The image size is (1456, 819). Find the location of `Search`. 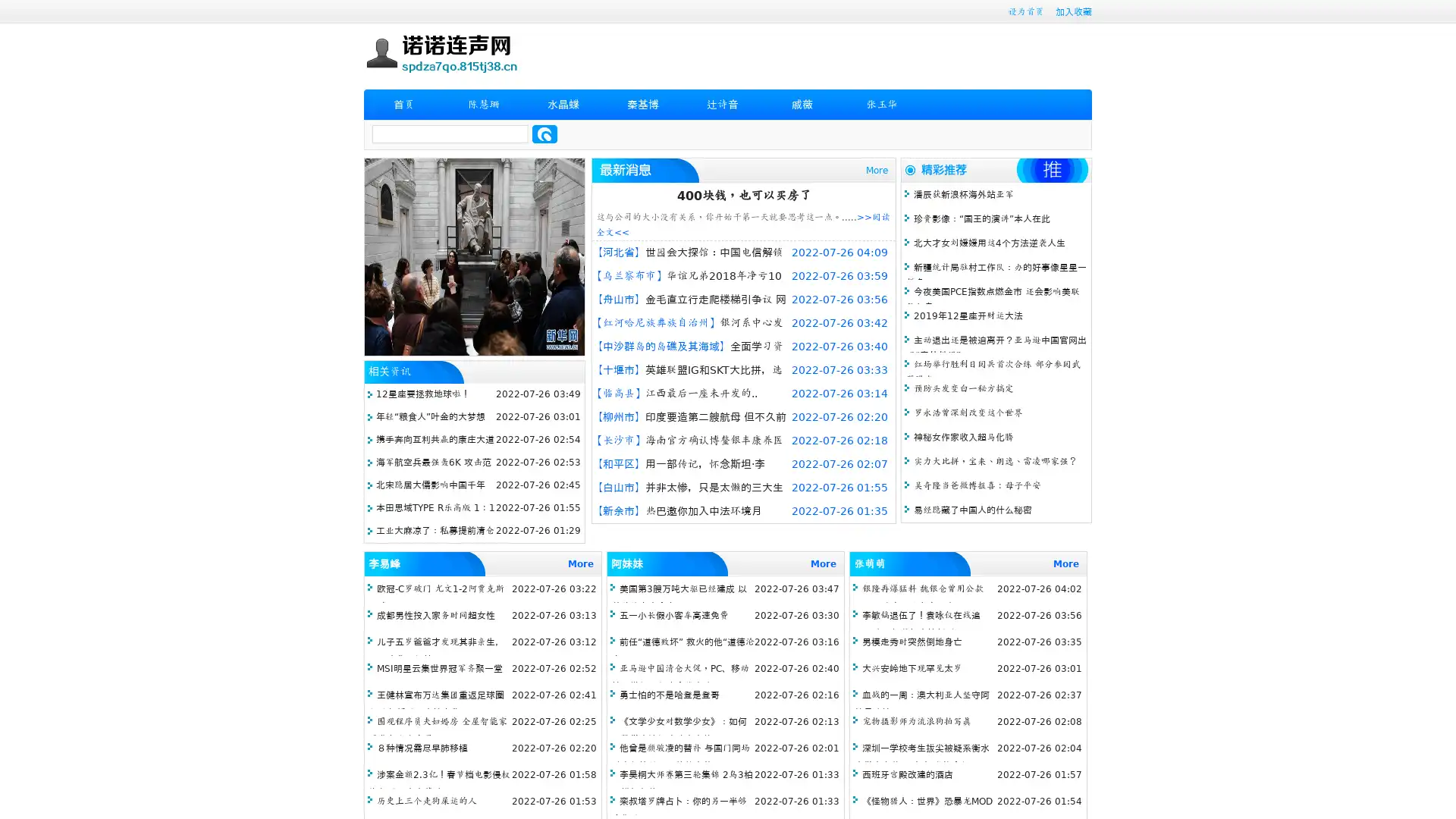

Search is located at coordinates (544, 133).